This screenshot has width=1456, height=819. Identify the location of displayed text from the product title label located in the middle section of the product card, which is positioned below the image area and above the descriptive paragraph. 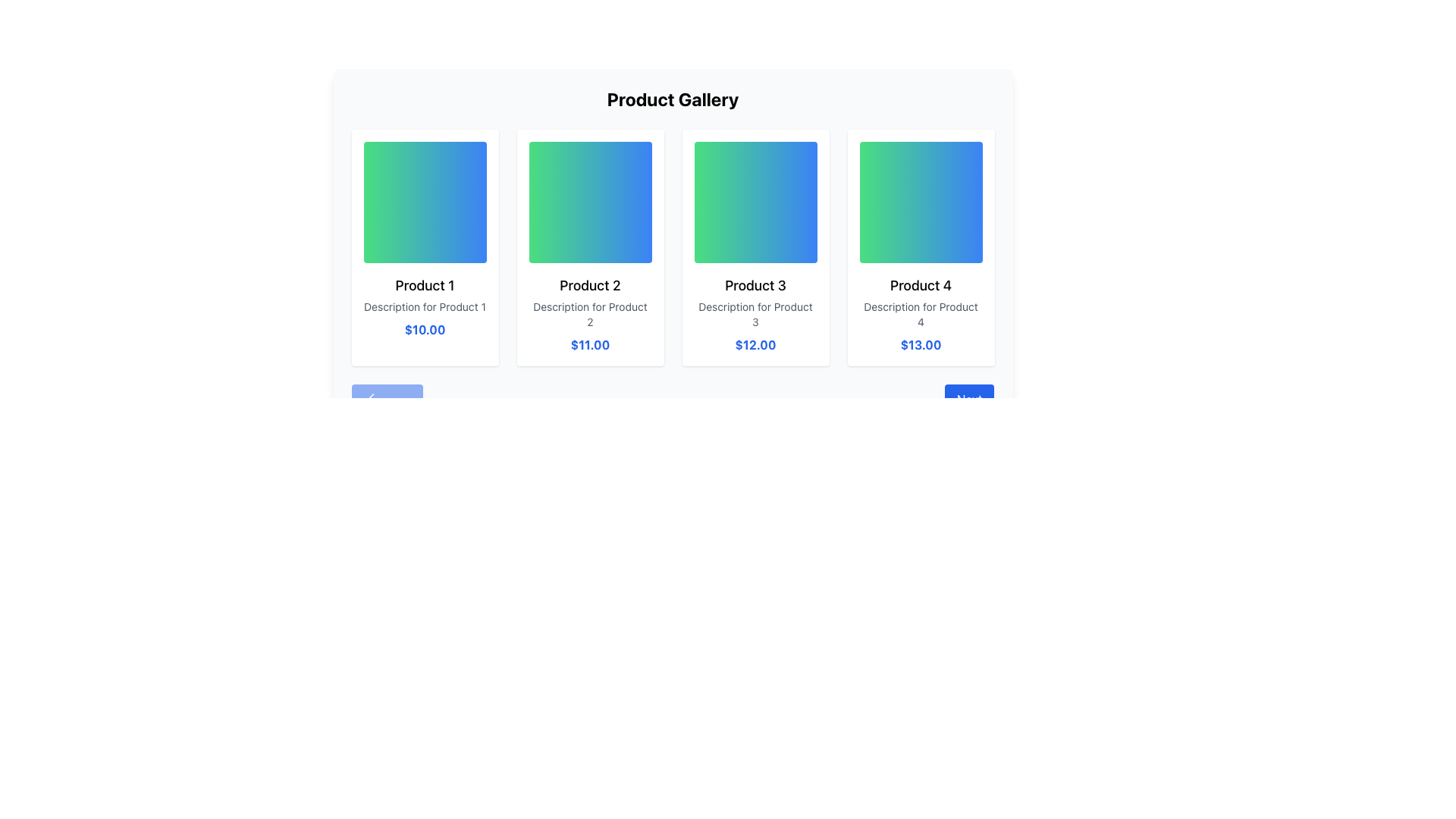
(589, 286).